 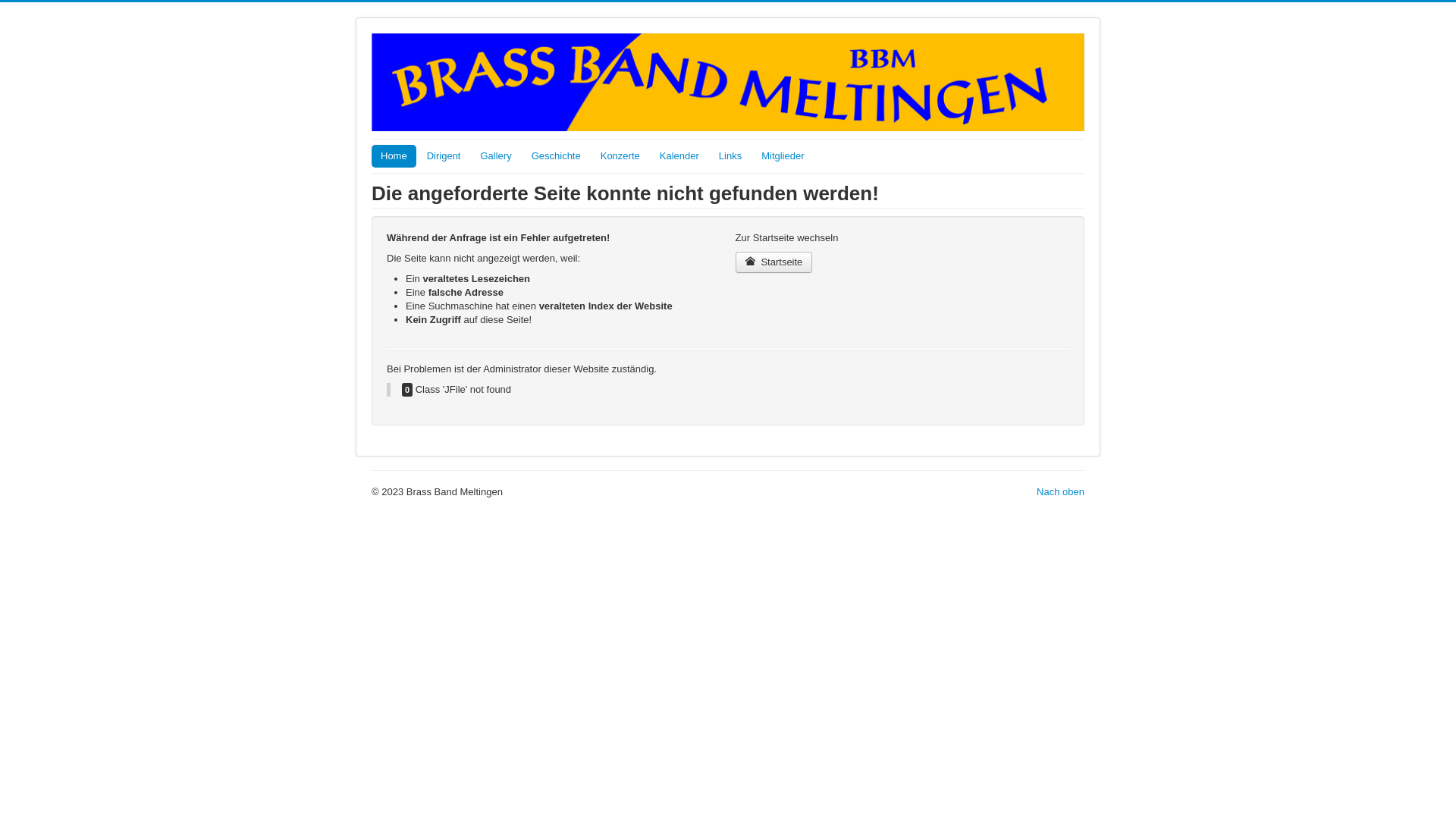 I want to click on 'Konzerte', so click(x=620, y=155).